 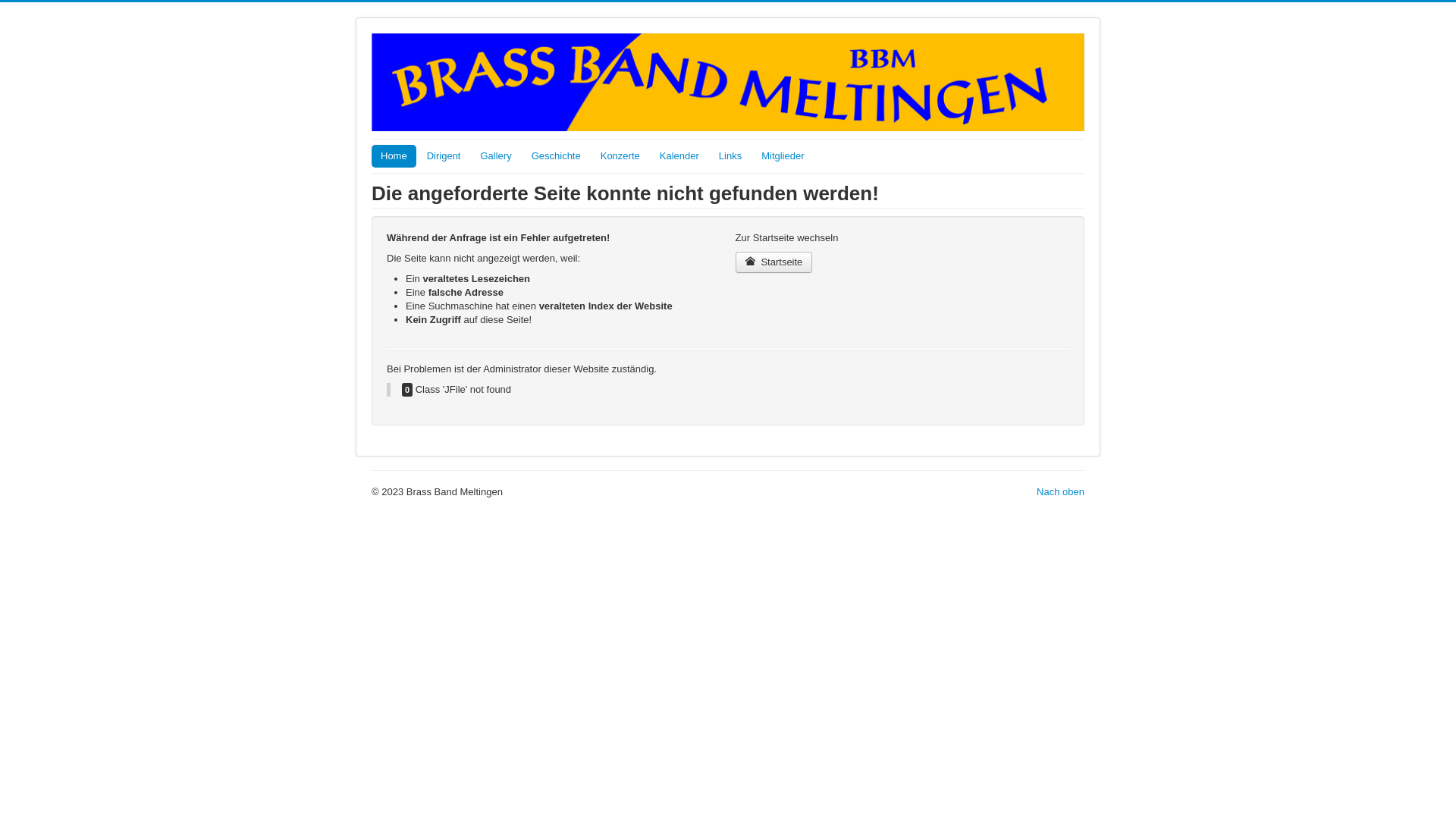 I want to click on 'Konzerte', so click(x=620, y=155).